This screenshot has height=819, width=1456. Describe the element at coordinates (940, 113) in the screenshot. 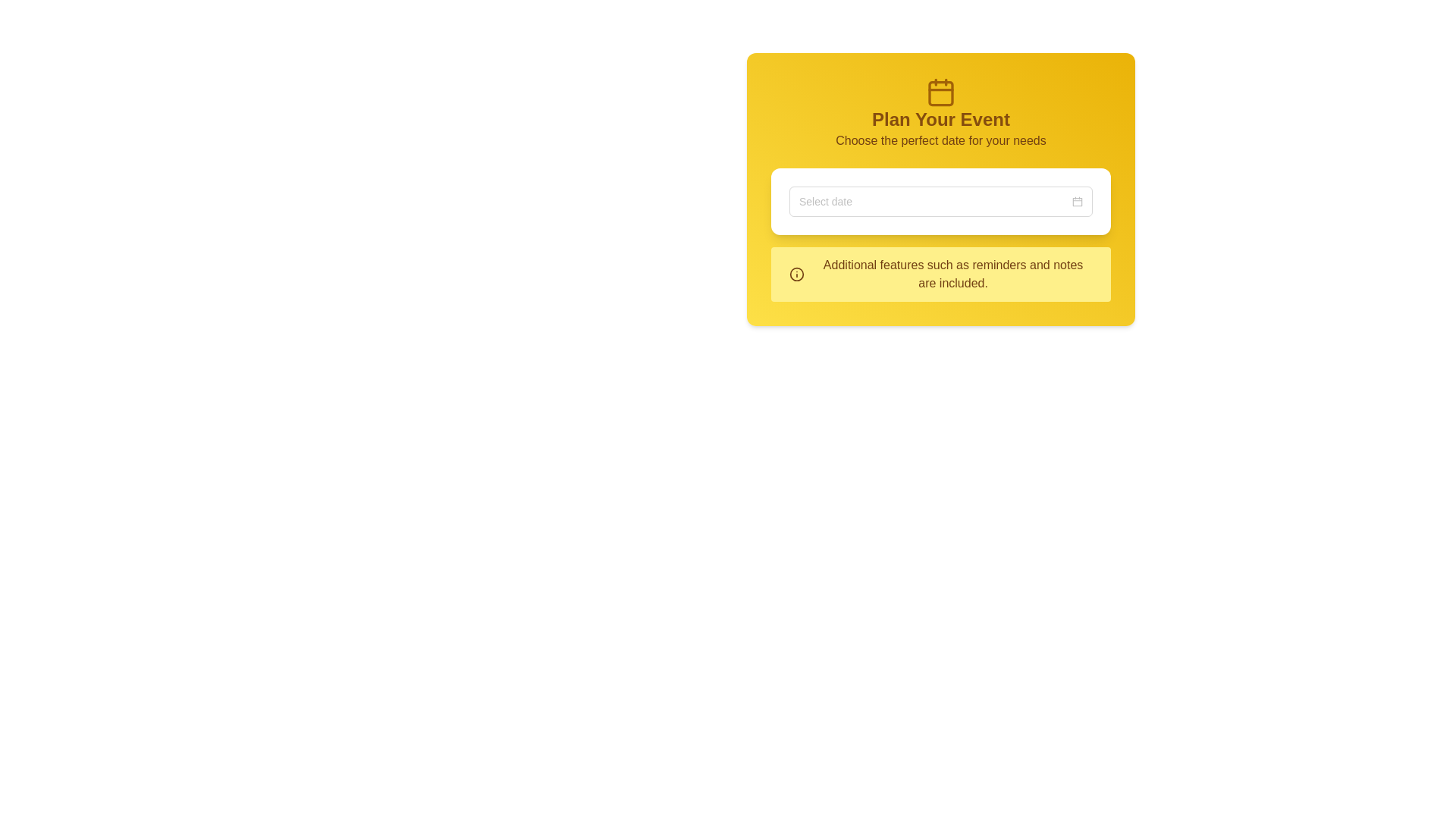

I see `the header text block with an icon located at the top of the yellow-themed card-like UI section, which provides context for user interactions` at that location.